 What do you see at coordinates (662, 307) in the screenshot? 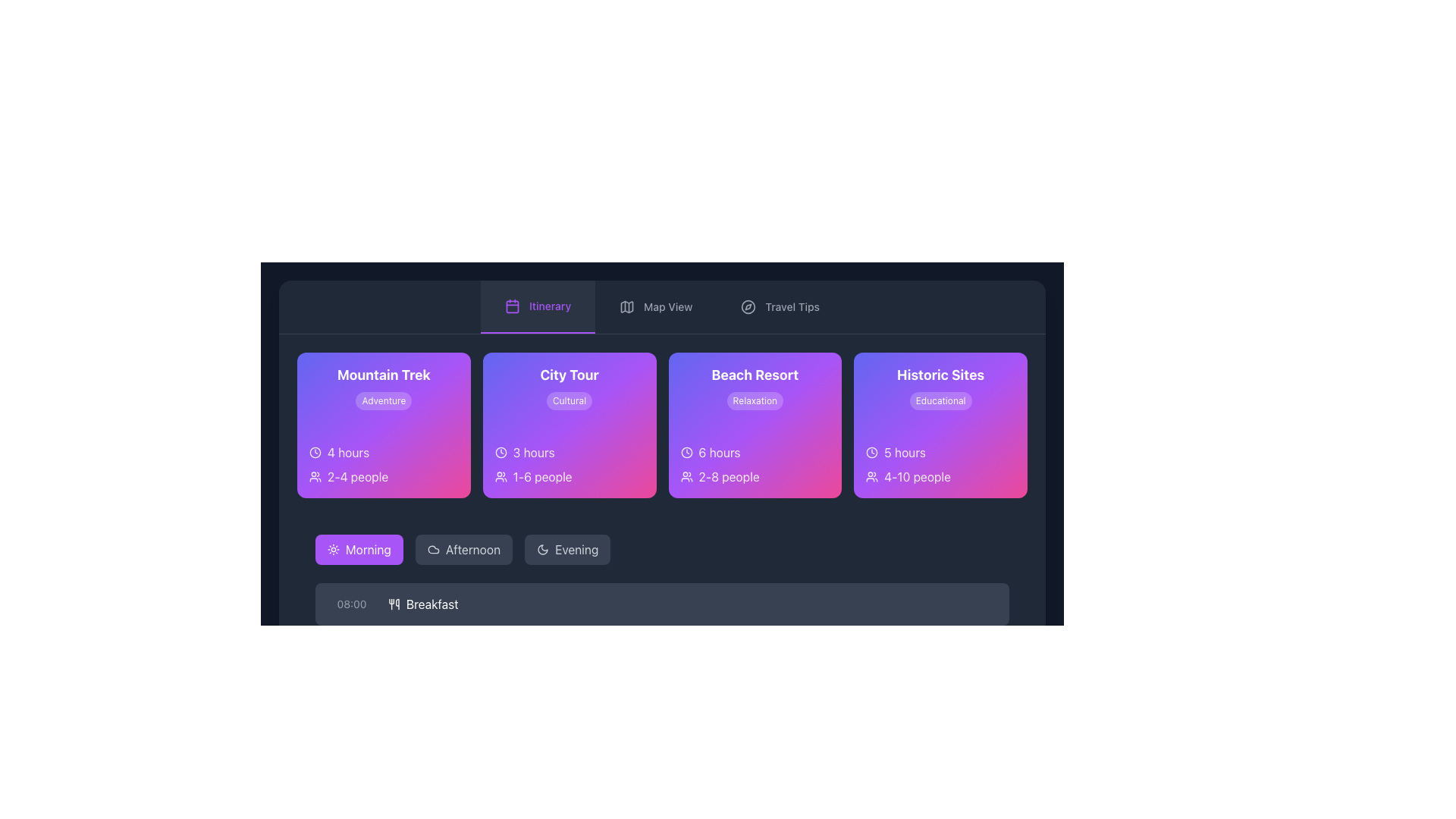
I see `the 'Map View' button in the Tab Navigation` at bounding box center [662, 307].